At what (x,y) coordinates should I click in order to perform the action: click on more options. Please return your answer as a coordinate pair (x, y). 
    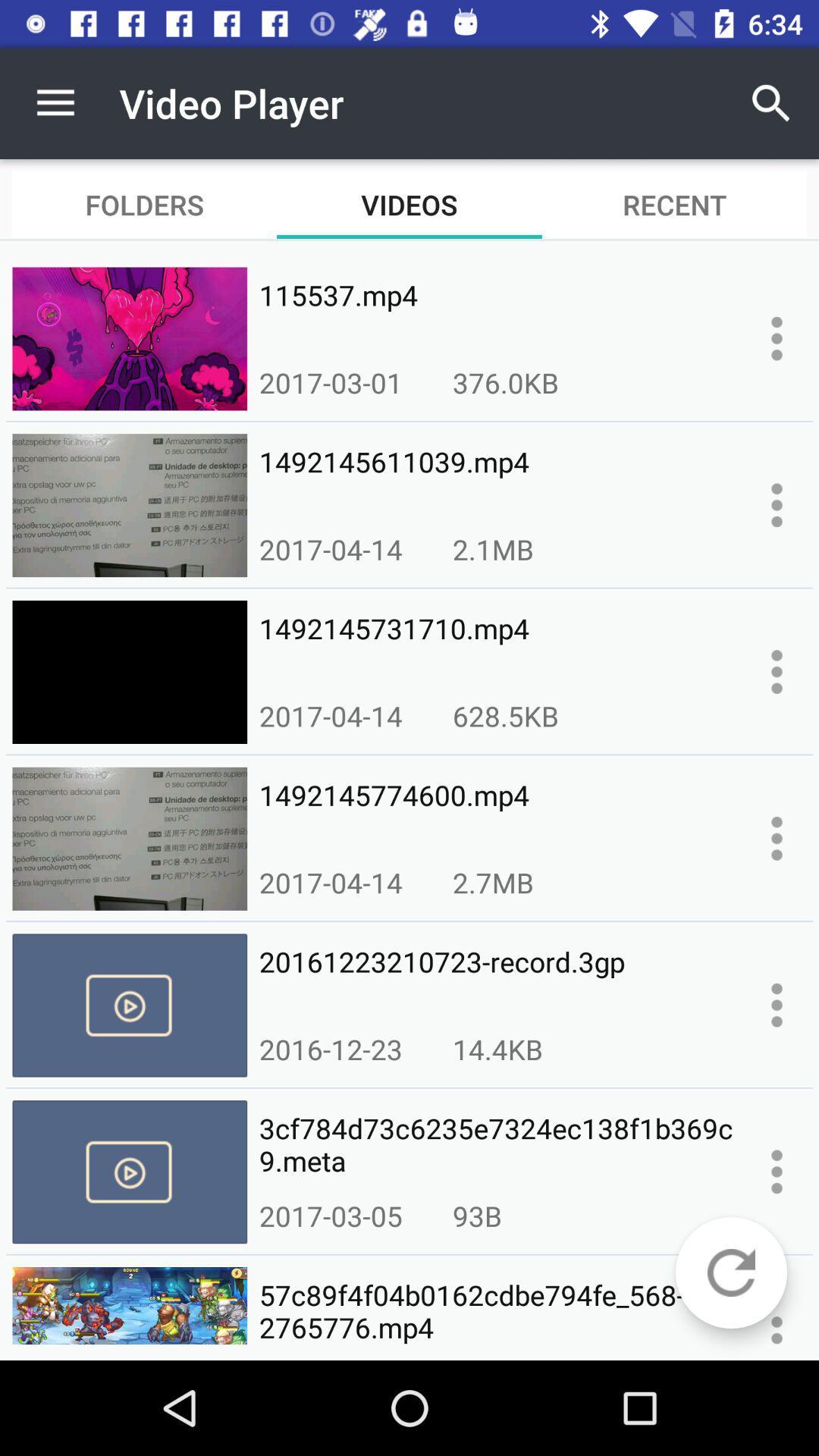
    Looking at the image, I should click on (777, 837).